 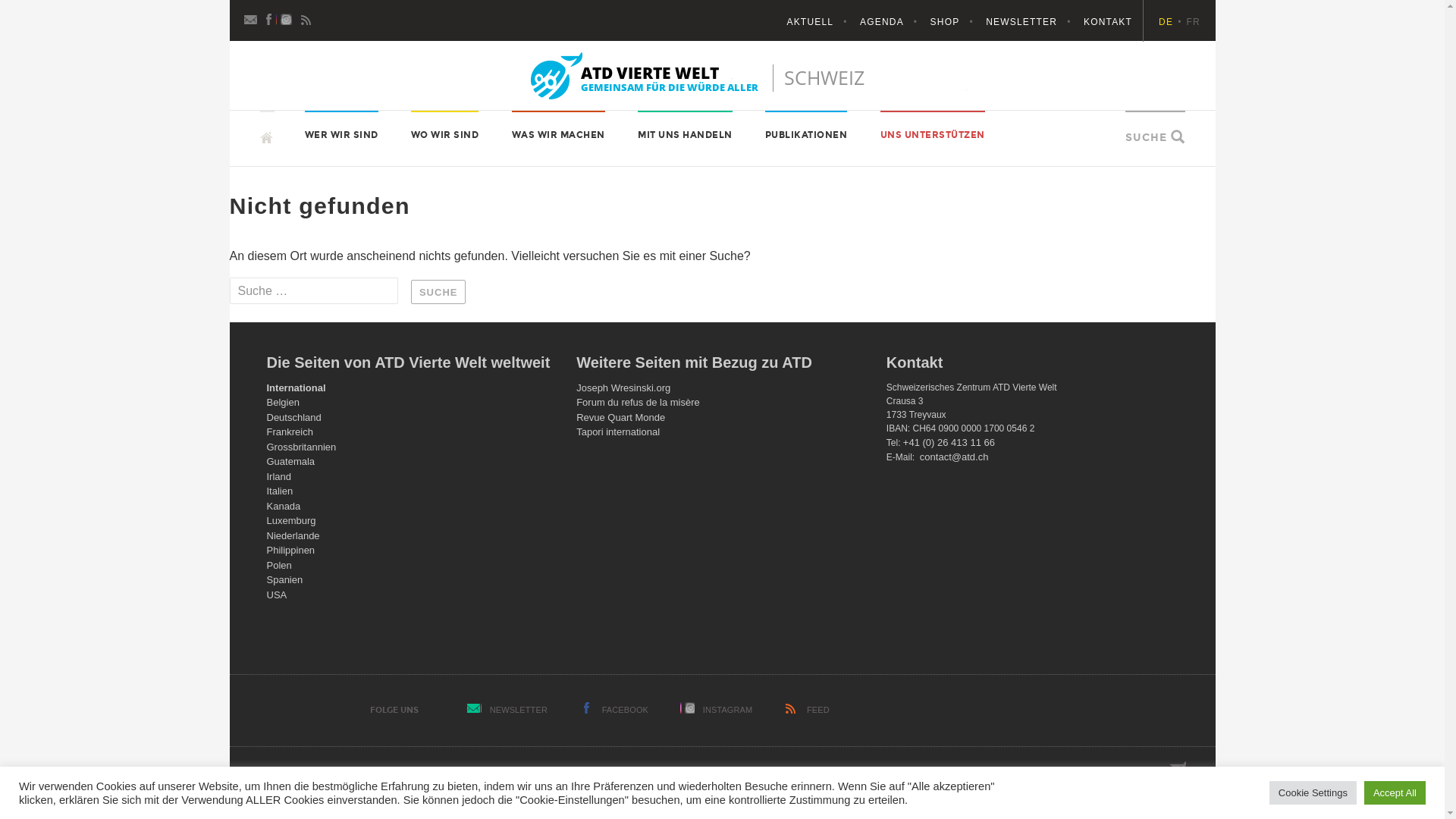 What do you see at coordinates (290, 431) in the screenshot?
I see `'Frankreich'` at bounding box center [290, 431].